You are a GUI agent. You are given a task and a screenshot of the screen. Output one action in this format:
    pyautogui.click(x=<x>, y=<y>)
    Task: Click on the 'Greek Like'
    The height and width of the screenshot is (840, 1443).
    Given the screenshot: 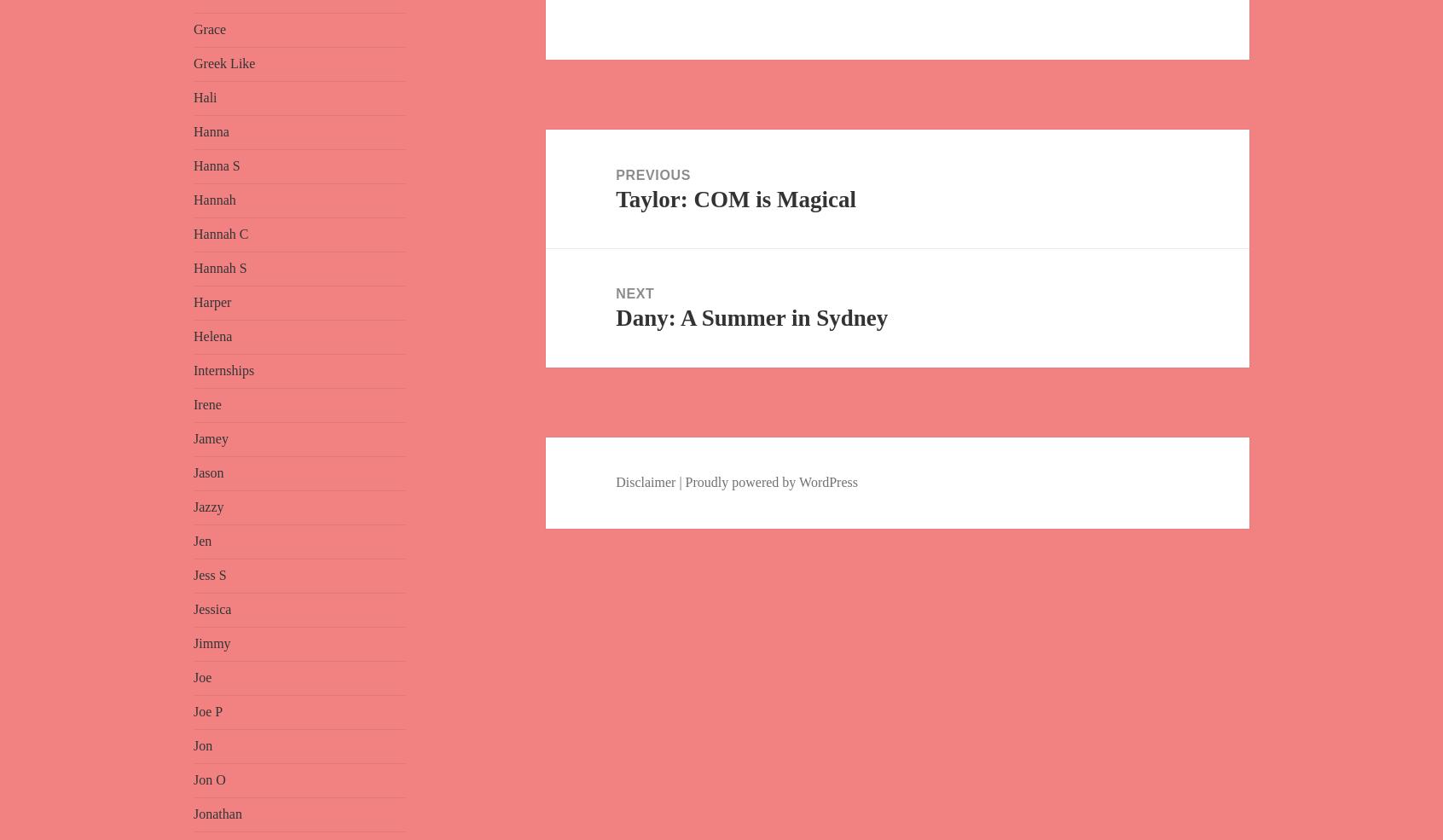 What is the action you would take?
    pyautogui.click(x=223, y=62)
    